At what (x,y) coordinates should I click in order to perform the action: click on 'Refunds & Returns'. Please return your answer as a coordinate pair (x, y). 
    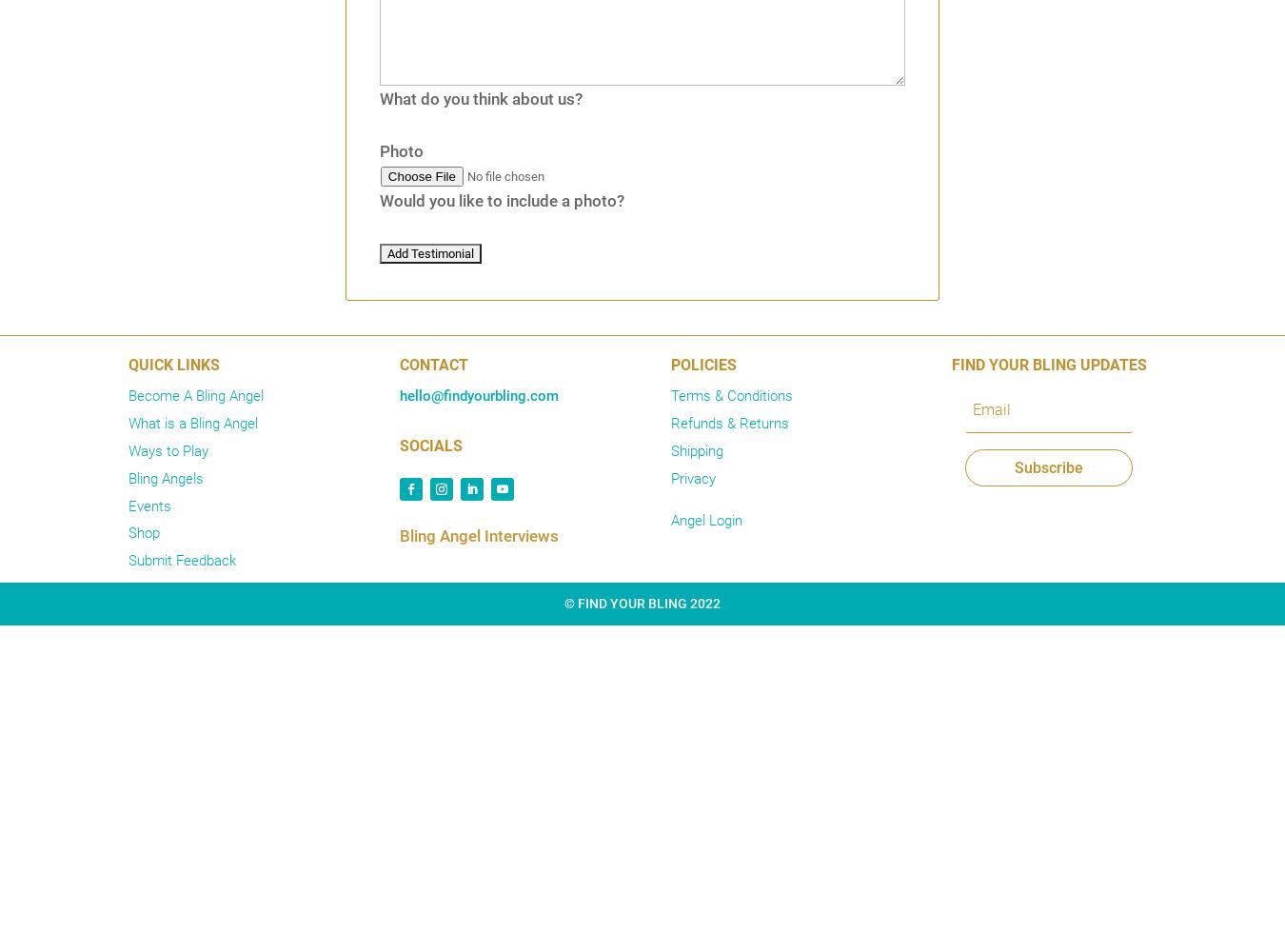
    Looking at the image, I should click on (727, 422).